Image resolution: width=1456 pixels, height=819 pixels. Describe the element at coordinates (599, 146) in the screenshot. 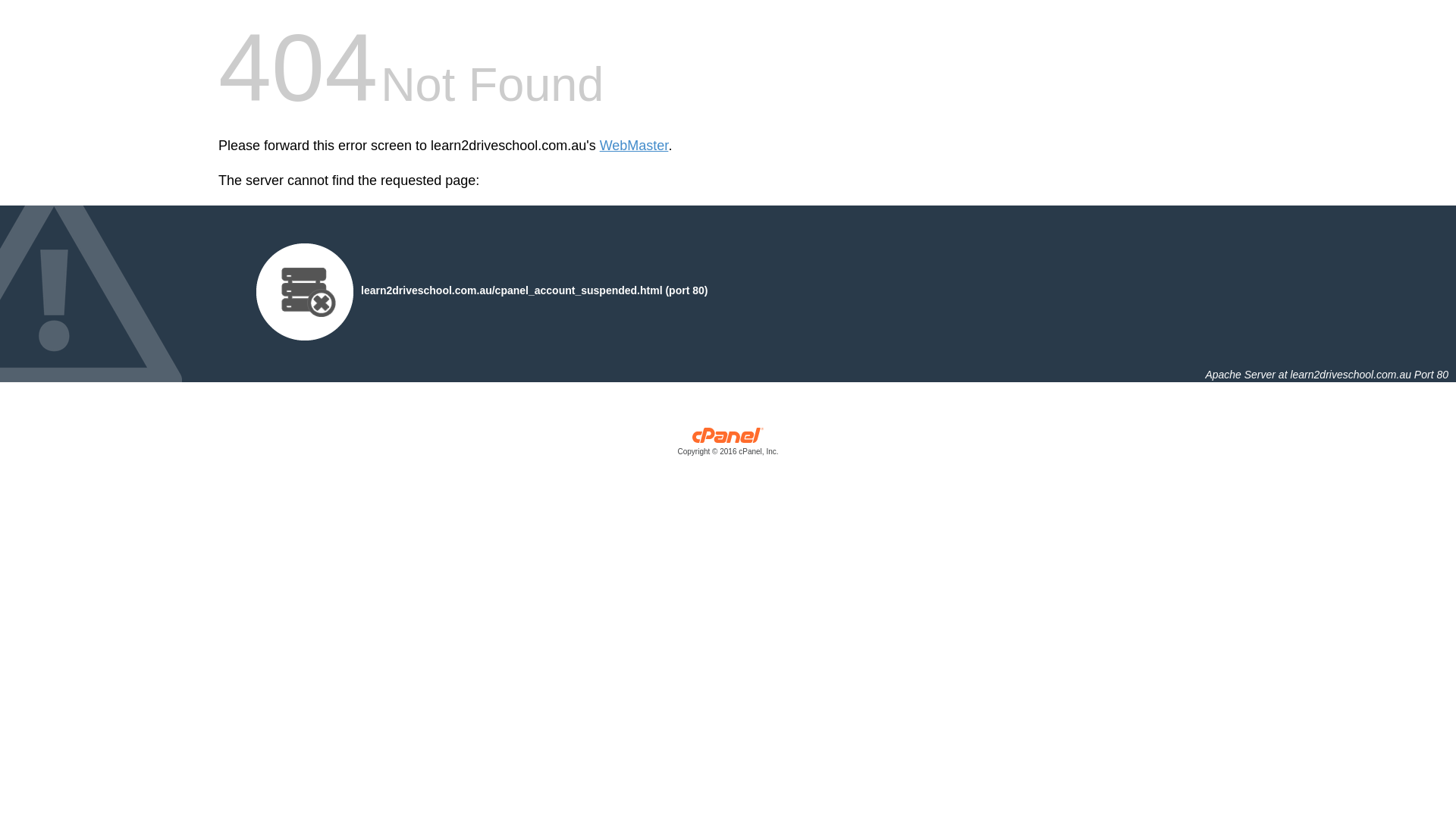

I see `'WebMaster'` at that location.